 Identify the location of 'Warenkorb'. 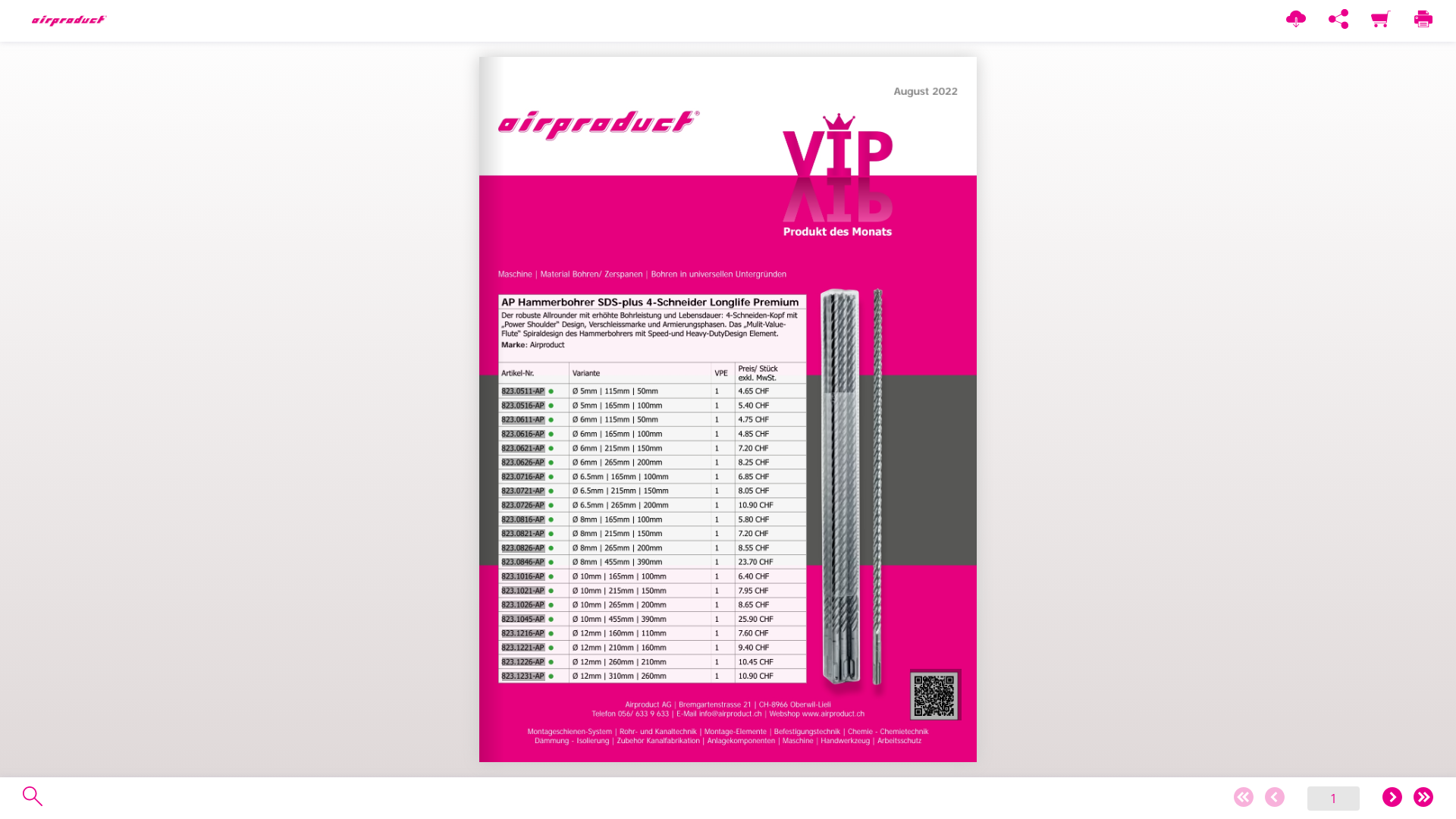
(1380, 20).